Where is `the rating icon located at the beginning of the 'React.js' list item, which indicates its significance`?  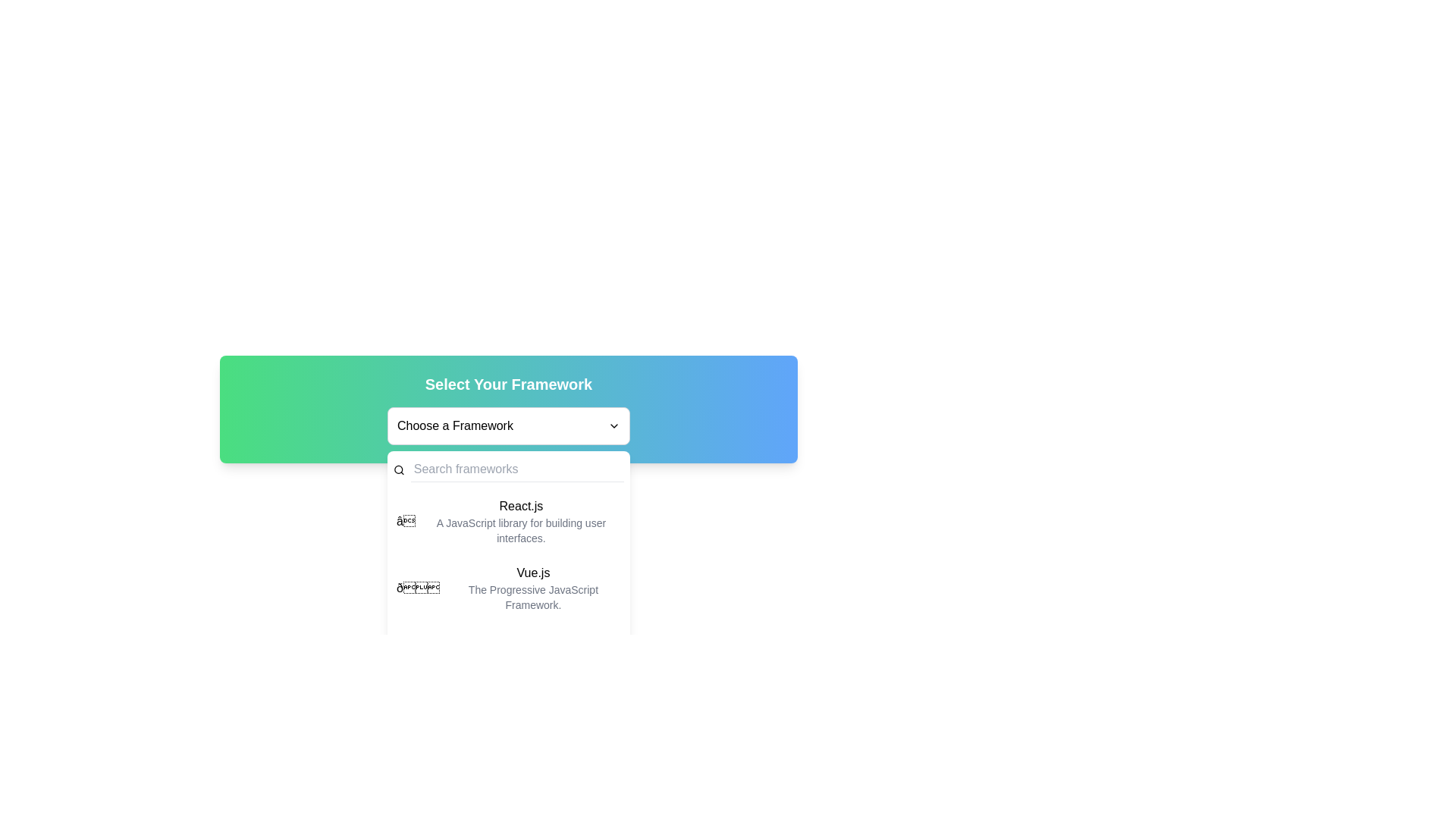
the rating icon located at the beginning of the 'React.js' list item, which indicates its significance is located at coordinates (406, 520).